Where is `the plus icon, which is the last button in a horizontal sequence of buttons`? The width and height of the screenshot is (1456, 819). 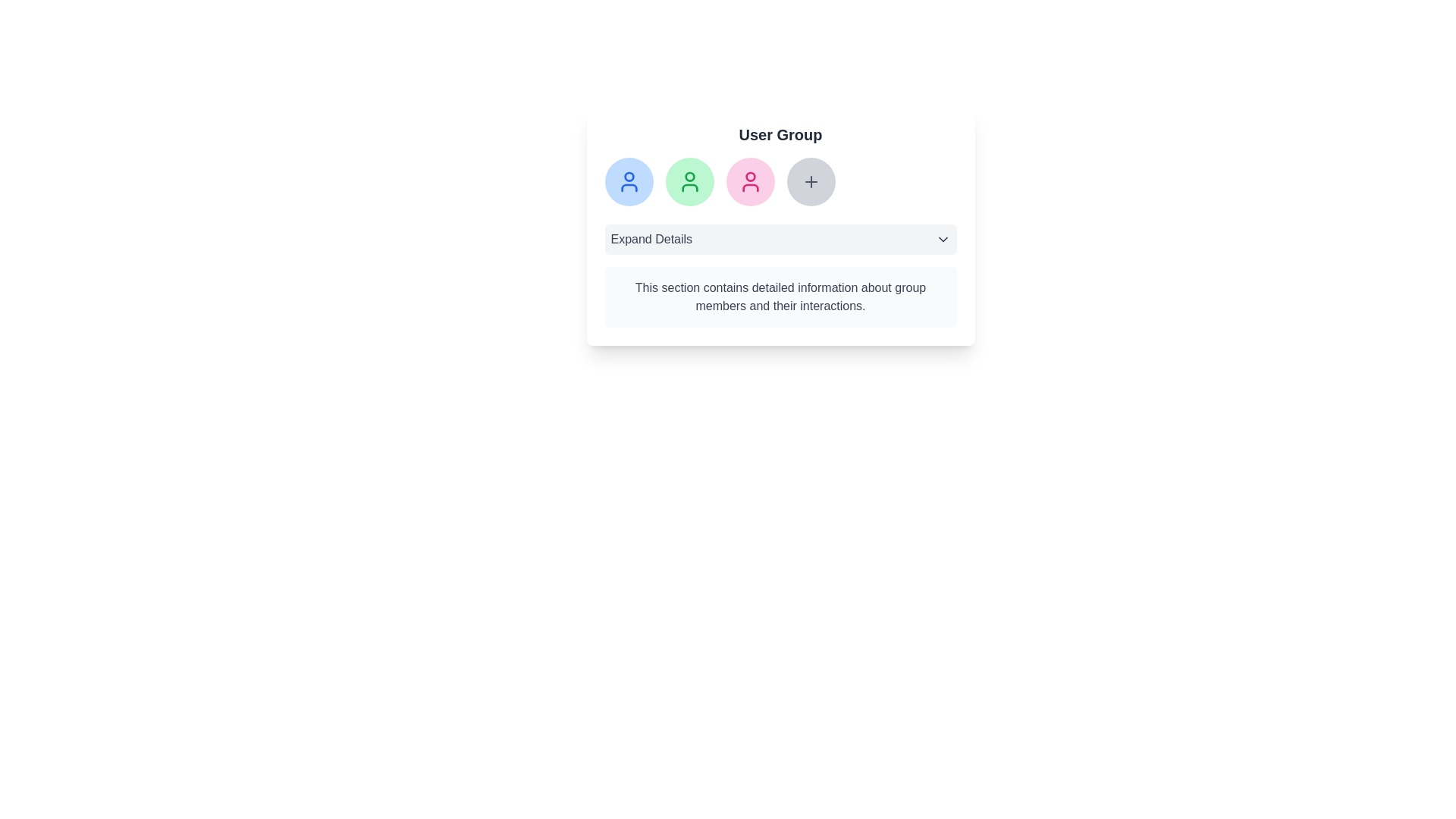 the plus icon, which is the last button in a horizontal sequence of buttons is located at coordinates (810, 180).